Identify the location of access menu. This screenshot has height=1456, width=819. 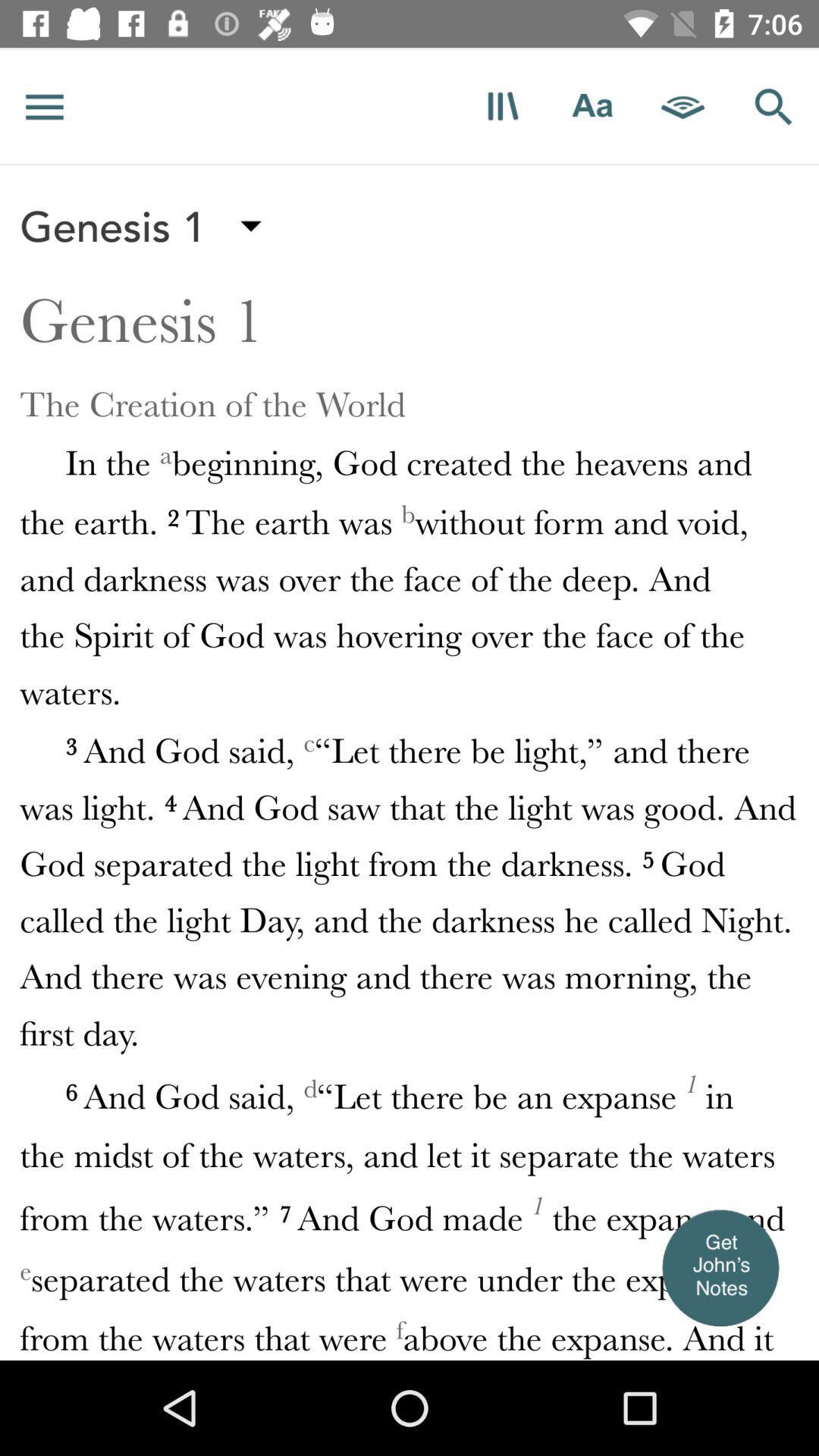
(44, 105).